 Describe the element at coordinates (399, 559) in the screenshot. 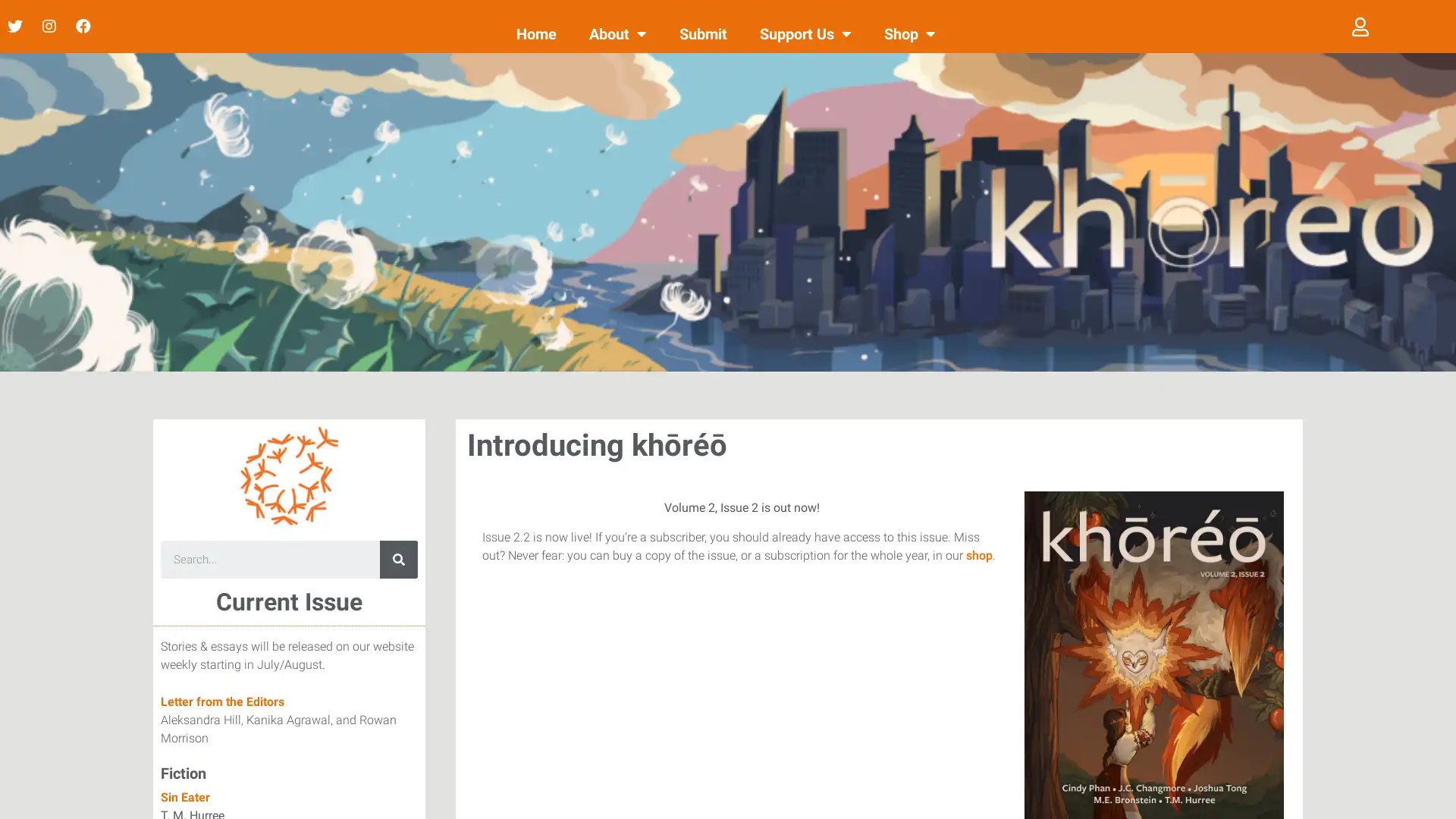

I see `Search` at that location.